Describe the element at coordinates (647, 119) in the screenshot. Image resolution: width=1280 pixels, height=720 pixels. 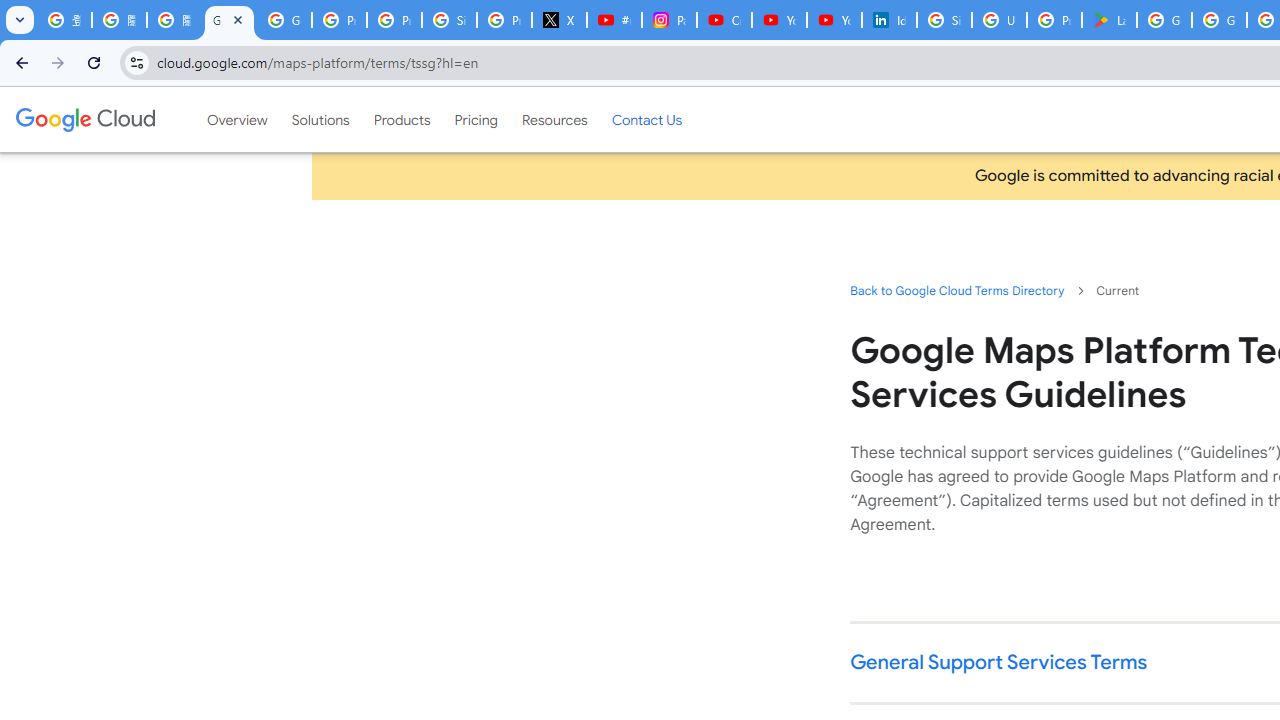
I see `'Contact Us'` at that location.